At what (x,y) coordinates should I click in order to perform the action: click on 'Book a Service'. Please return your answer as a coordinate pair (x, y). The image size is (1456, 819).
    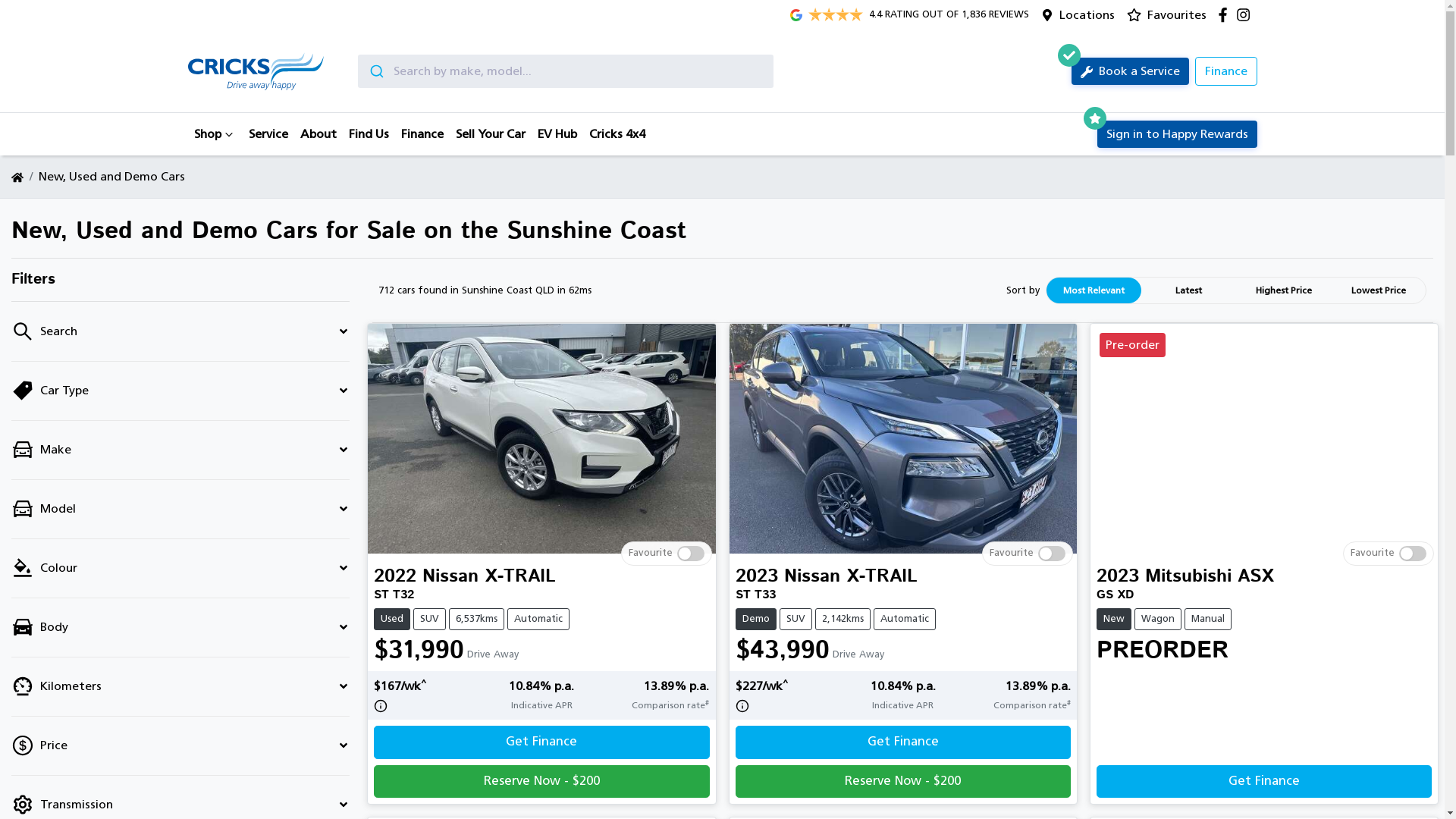
    Looking at the image, I should click on (1129, 71).